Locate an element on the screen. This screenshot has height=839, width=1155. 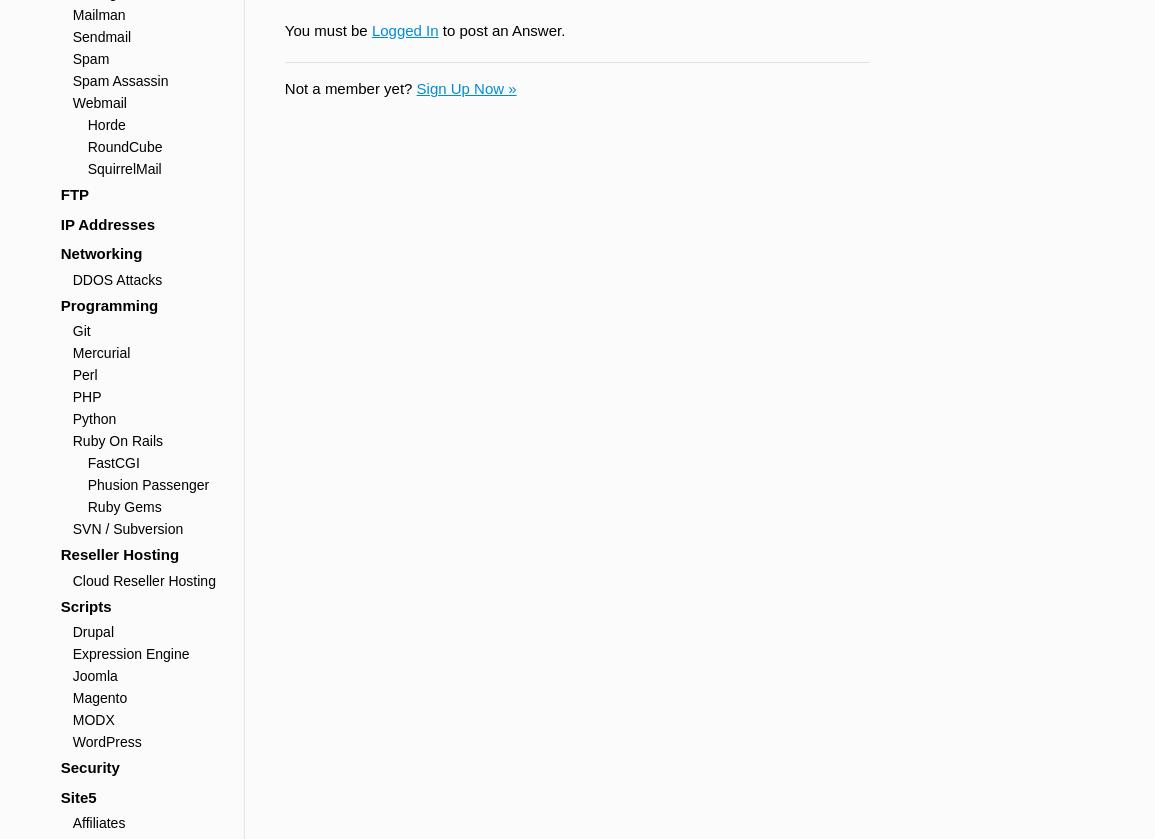
'Python' is located at coordinates (94, 418).